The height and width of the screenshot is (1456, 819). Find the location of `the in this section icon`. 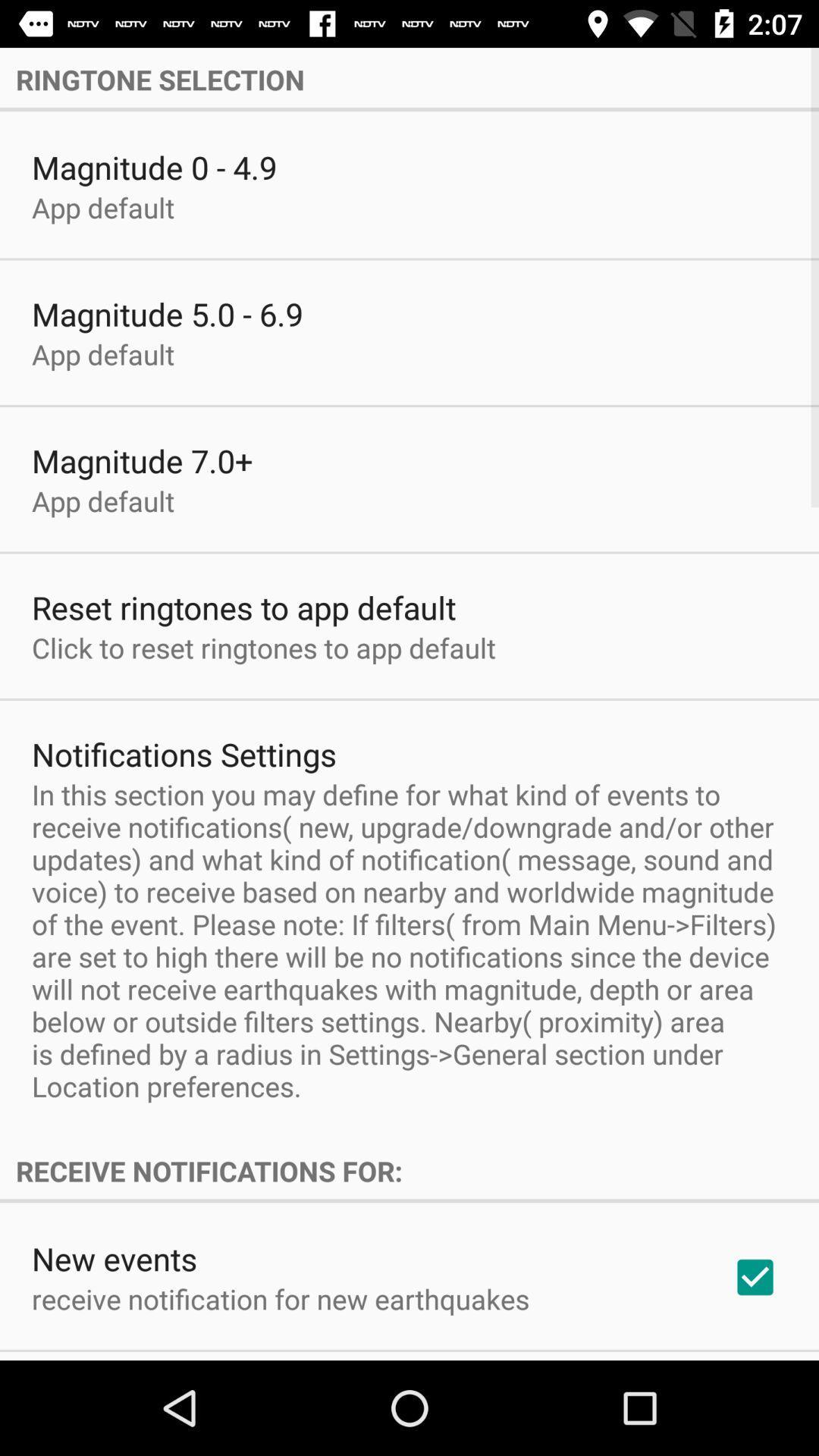

the in this section icon is located at coordinates (409, 940).